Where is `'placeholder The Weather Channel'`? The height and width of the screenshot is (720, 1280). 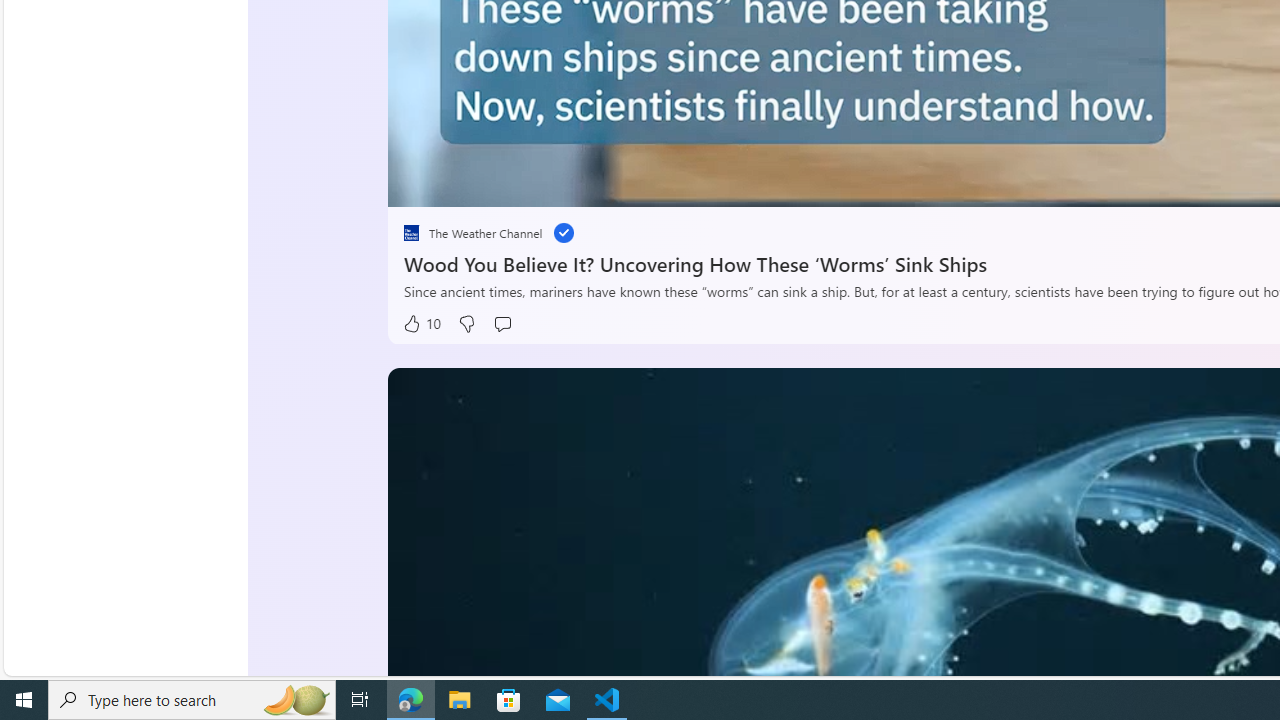 'placeholder The Weather Channel' is located at coordinates (472, 232).